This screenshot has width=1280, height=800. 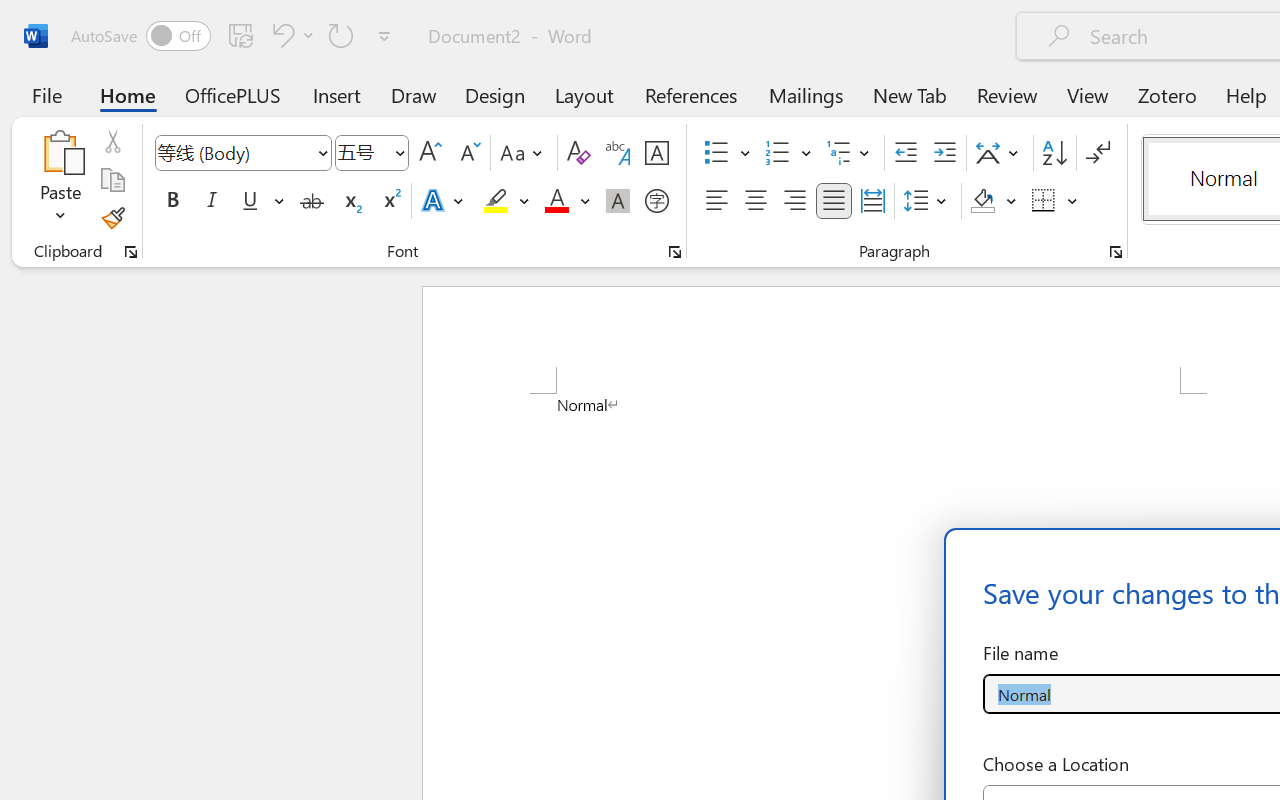 What do you see at coordinates (234, 35) in the screenshot?
I see `'Quick Access Toolbar'` at bounding box center [234, 35].